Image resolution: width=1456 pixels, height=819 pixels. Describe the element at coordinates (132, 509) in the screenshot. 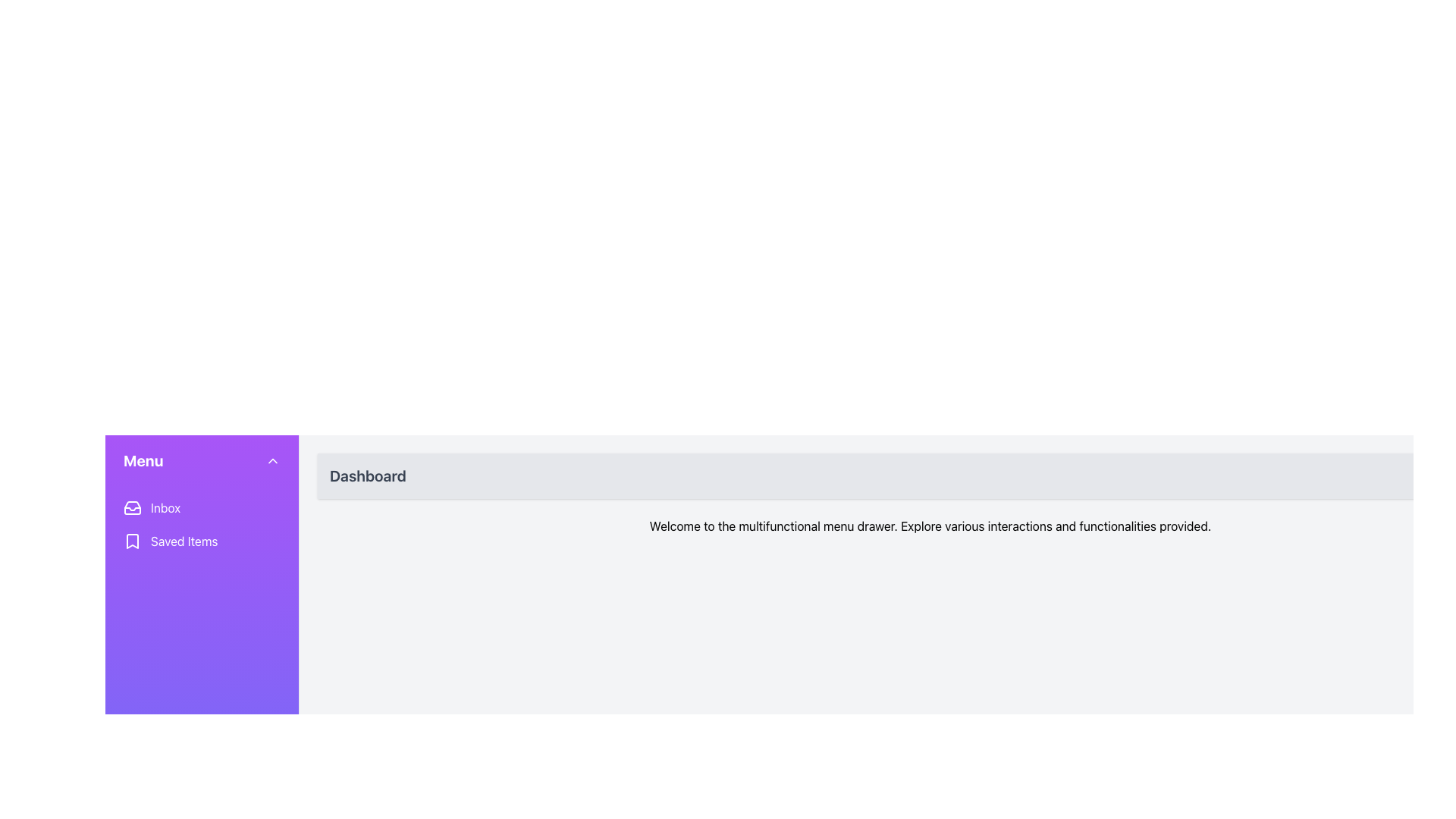

I see `the polygonal part of the mail inbox icon located in the left sidebar menu, adjacent to the 'Inbox' label` at that location.